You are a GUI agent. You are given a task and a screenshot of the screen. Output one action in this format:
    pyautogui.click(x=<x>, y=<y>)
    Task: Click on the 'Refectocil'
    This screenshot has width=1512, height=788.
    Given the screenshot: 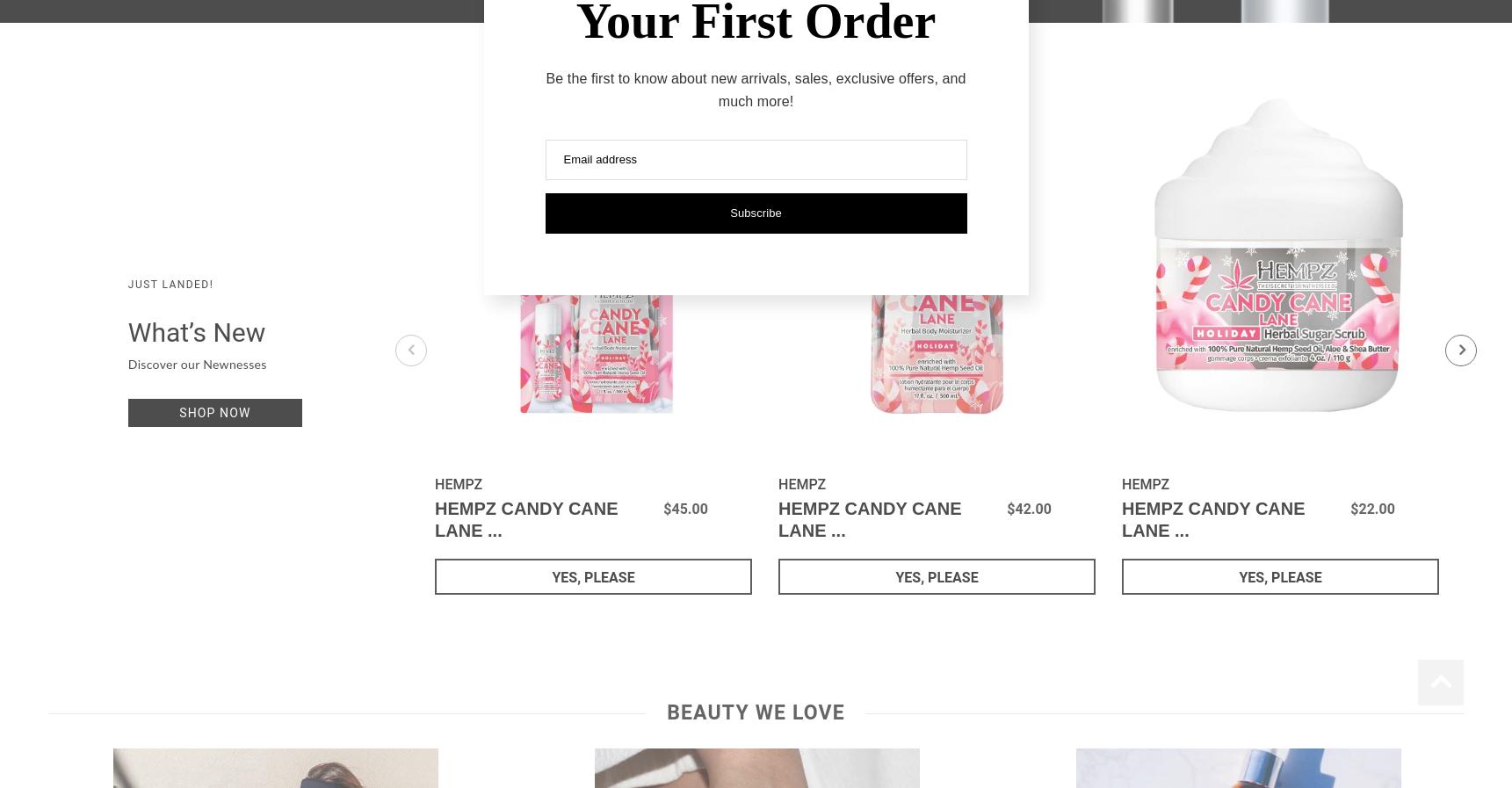 What is the action you would take?
    pyautogui.click(x=675, y=40)
    